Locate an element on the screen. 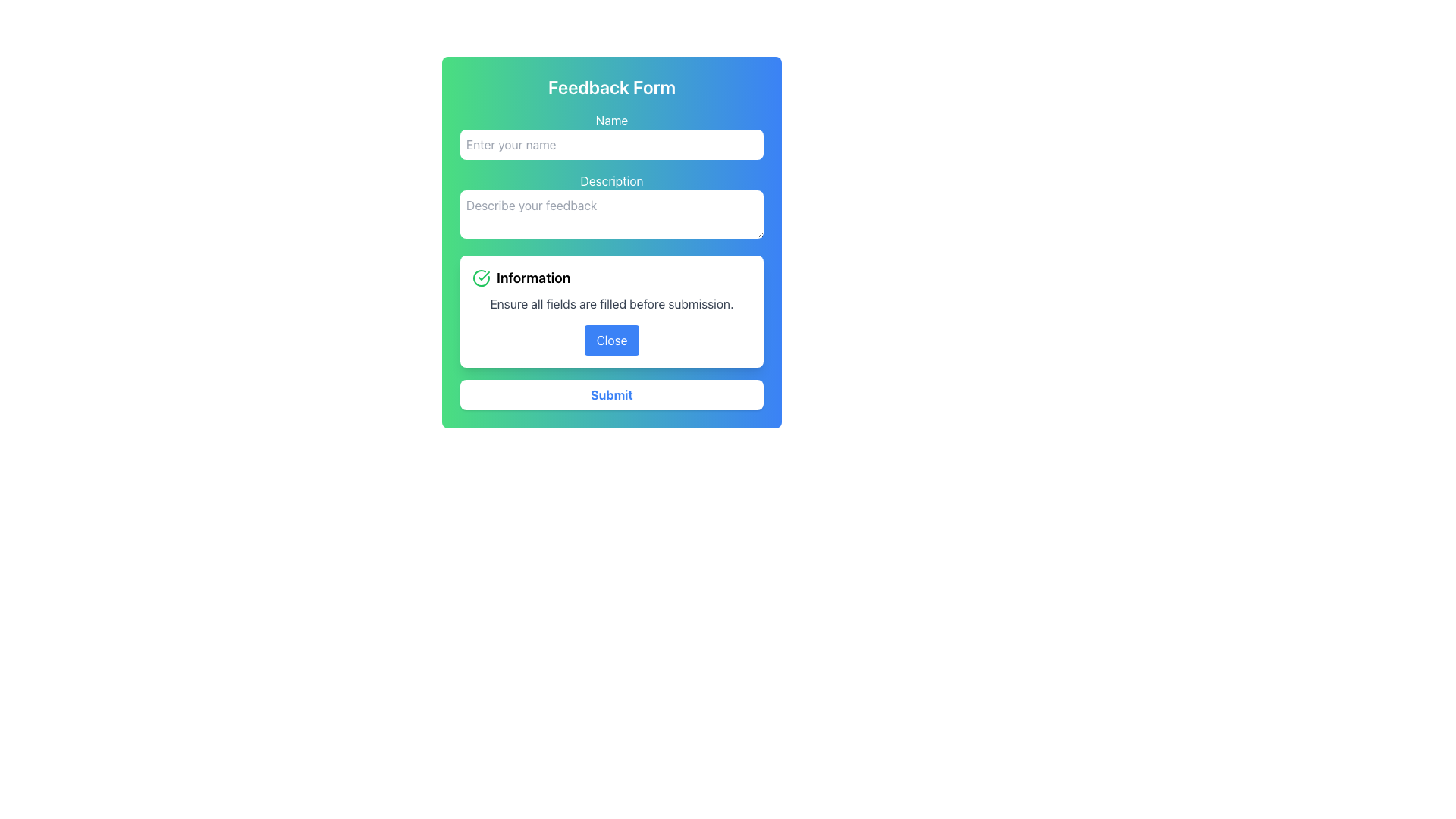 This screenshot has width=1456, height=819. the label with the text 'Description', which is styled in white font and positioned on a gradient background, located above the input box is located at coordinates (611, 180).